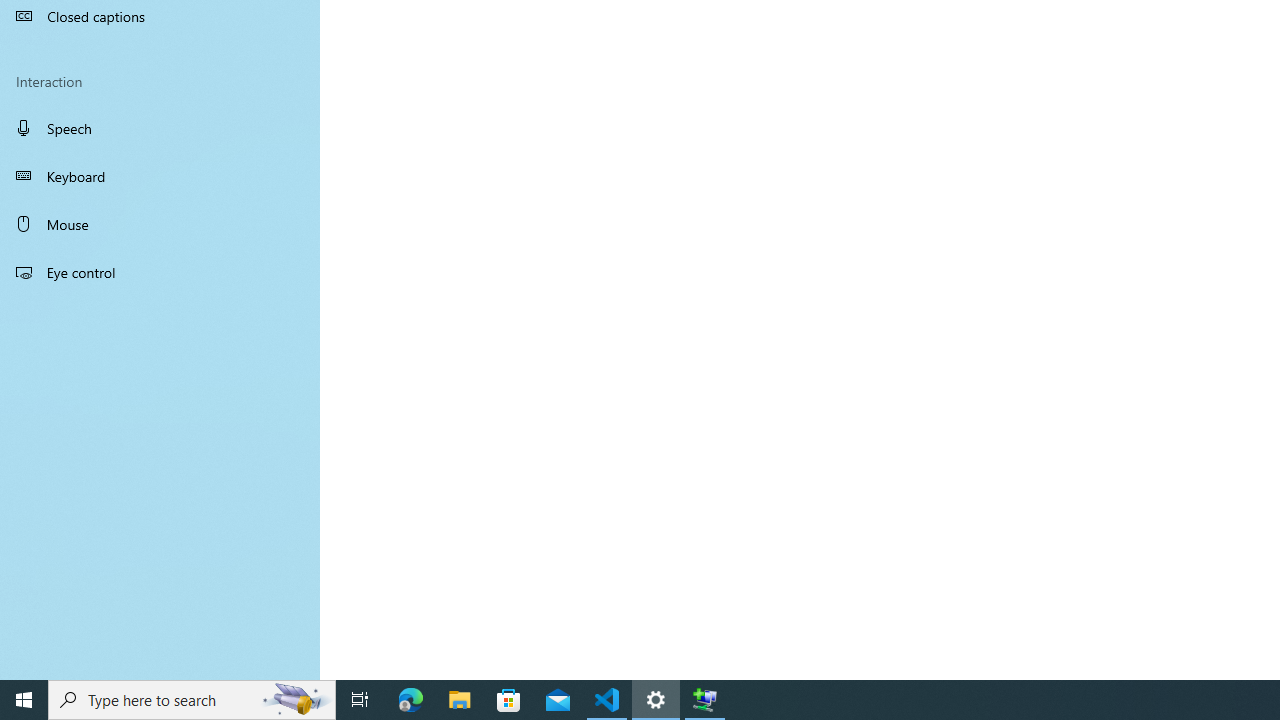 The width and height of the screenshot is (1280, 720). I want to click on 'Search highlights icon opens search home window', so click(294, 698).